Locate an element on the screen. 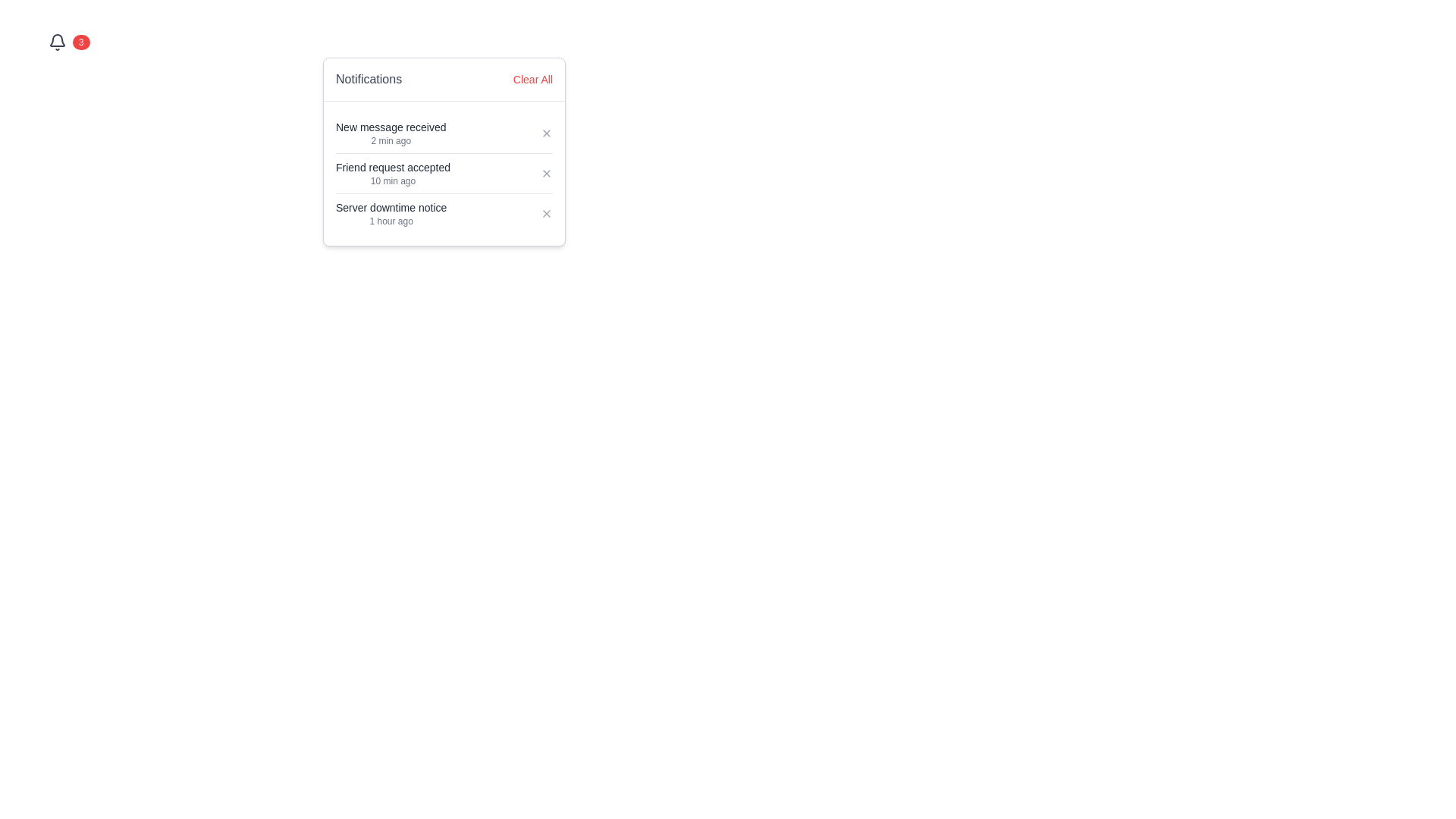 Image resolution: width=1456 pixels, height=819 pixels. the notification bell icon, which is located to the left of the red badge displaying the number '3' in the header section is located at coordinates (58, 42).